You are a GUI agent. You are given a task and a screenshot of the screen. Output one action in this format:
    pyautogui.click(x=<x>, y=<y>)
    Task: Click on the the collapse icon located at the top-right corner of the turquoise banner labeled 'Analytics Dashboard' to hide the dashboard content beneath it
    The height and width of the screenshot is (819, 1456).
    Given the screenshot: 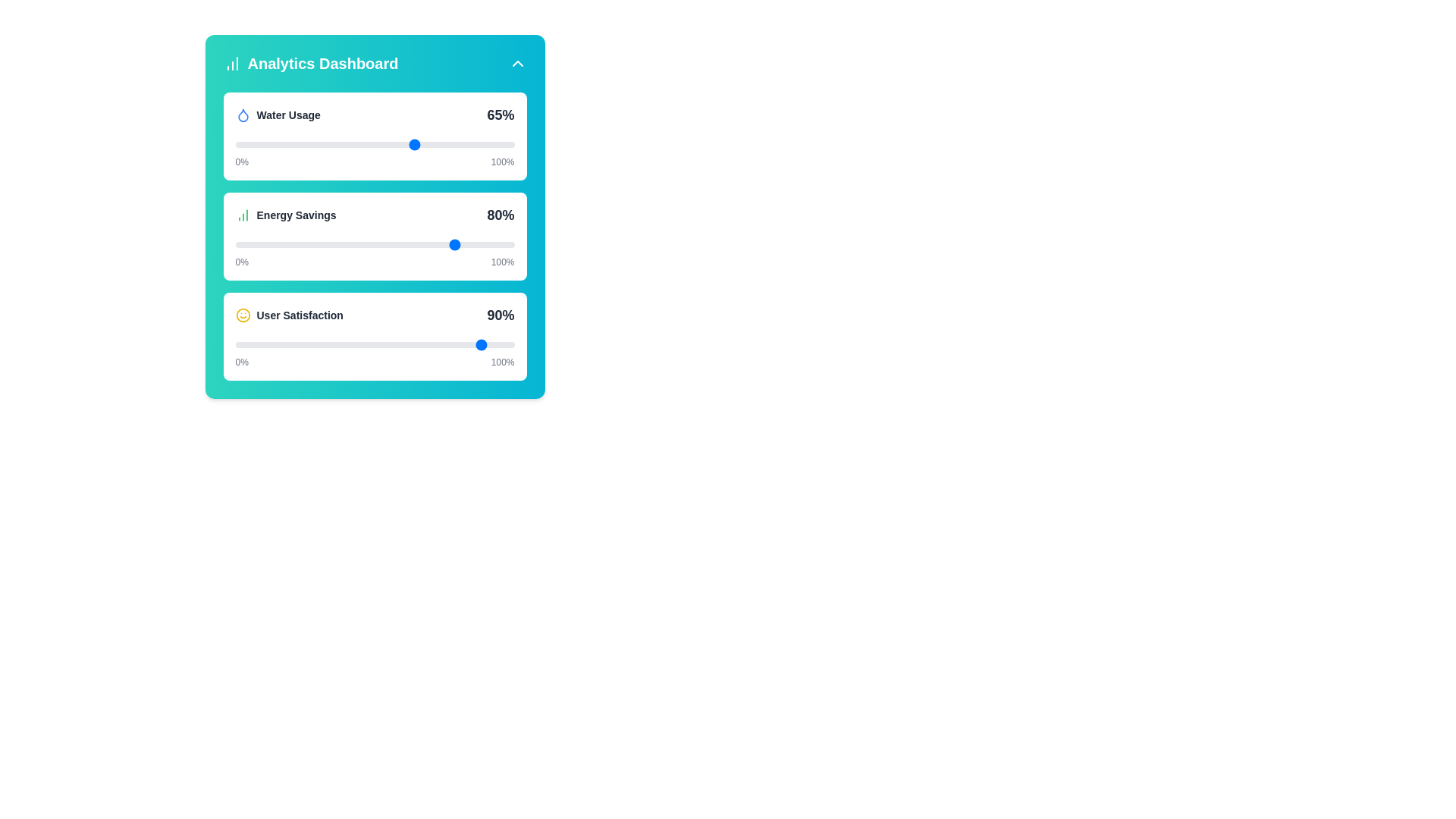 What is the action you would take?
    pyautogui.click(x=517, y=63)
    